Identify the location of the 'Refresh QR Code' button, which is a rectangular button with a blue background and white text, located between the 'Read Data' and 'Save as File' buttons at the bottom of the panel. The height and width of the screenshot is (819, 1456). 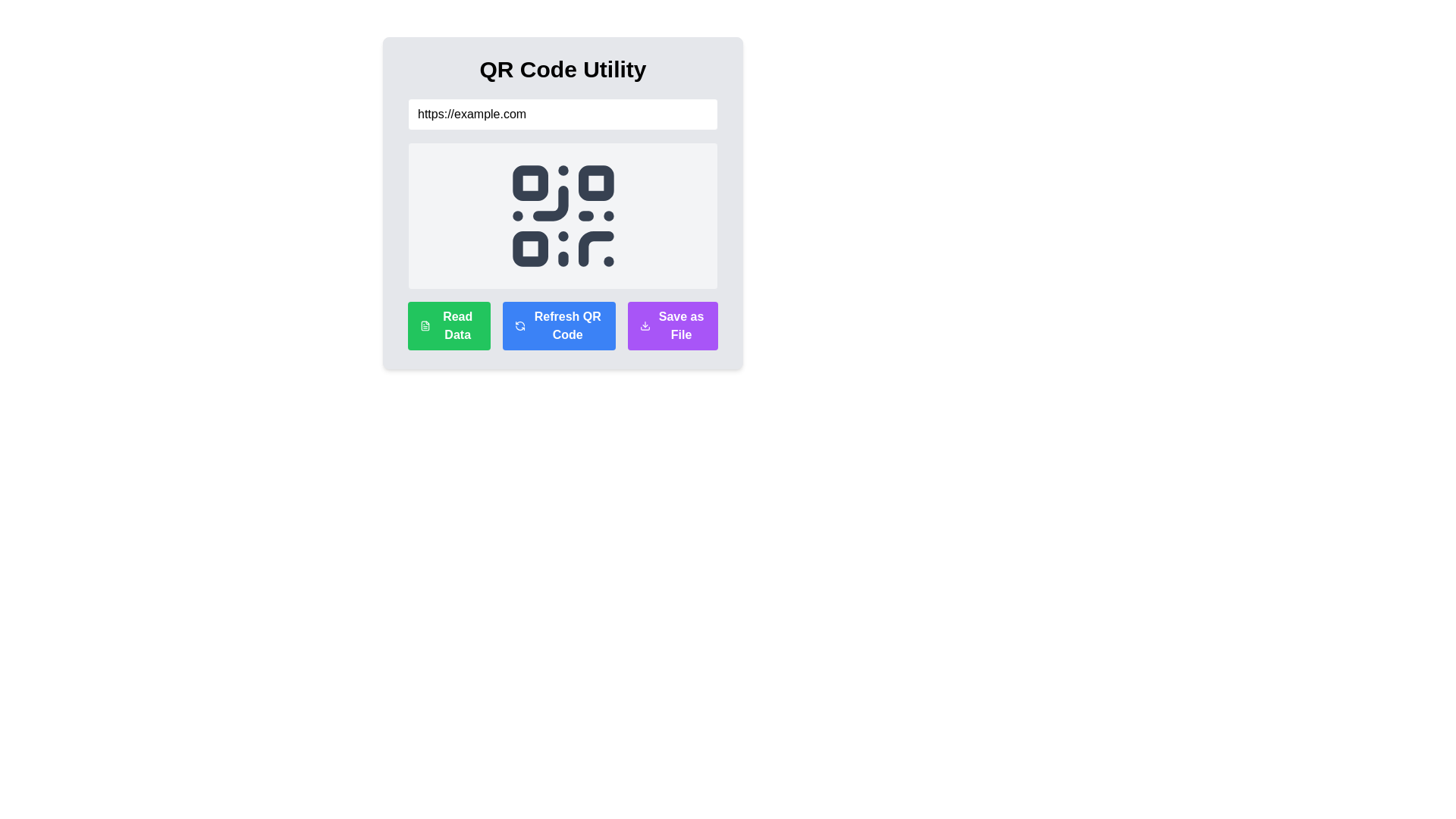
(558, 325).